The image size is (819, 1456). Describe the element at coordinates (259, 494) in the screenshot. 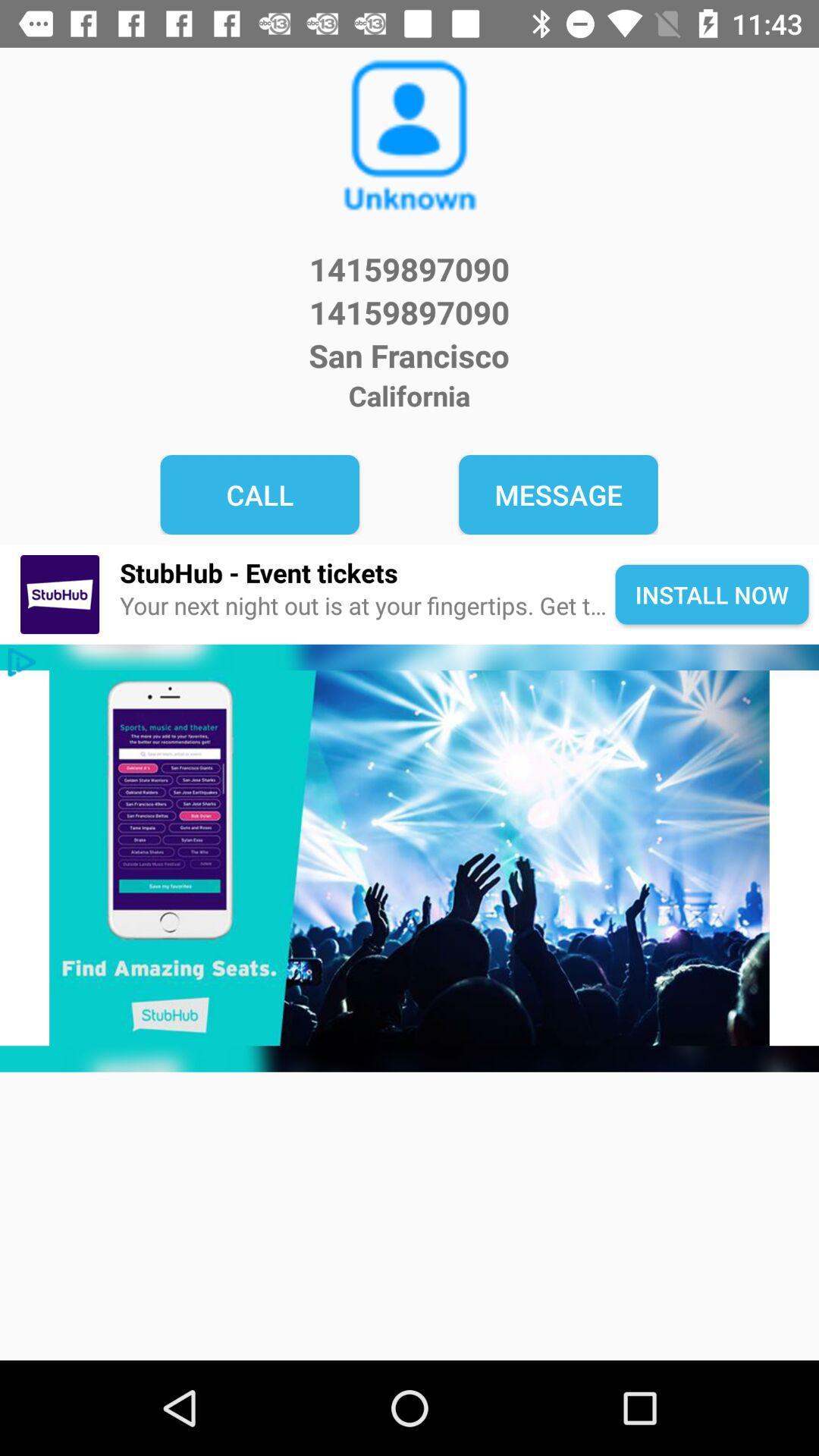

I see `the item above the stubhub - event tickets` at that location.